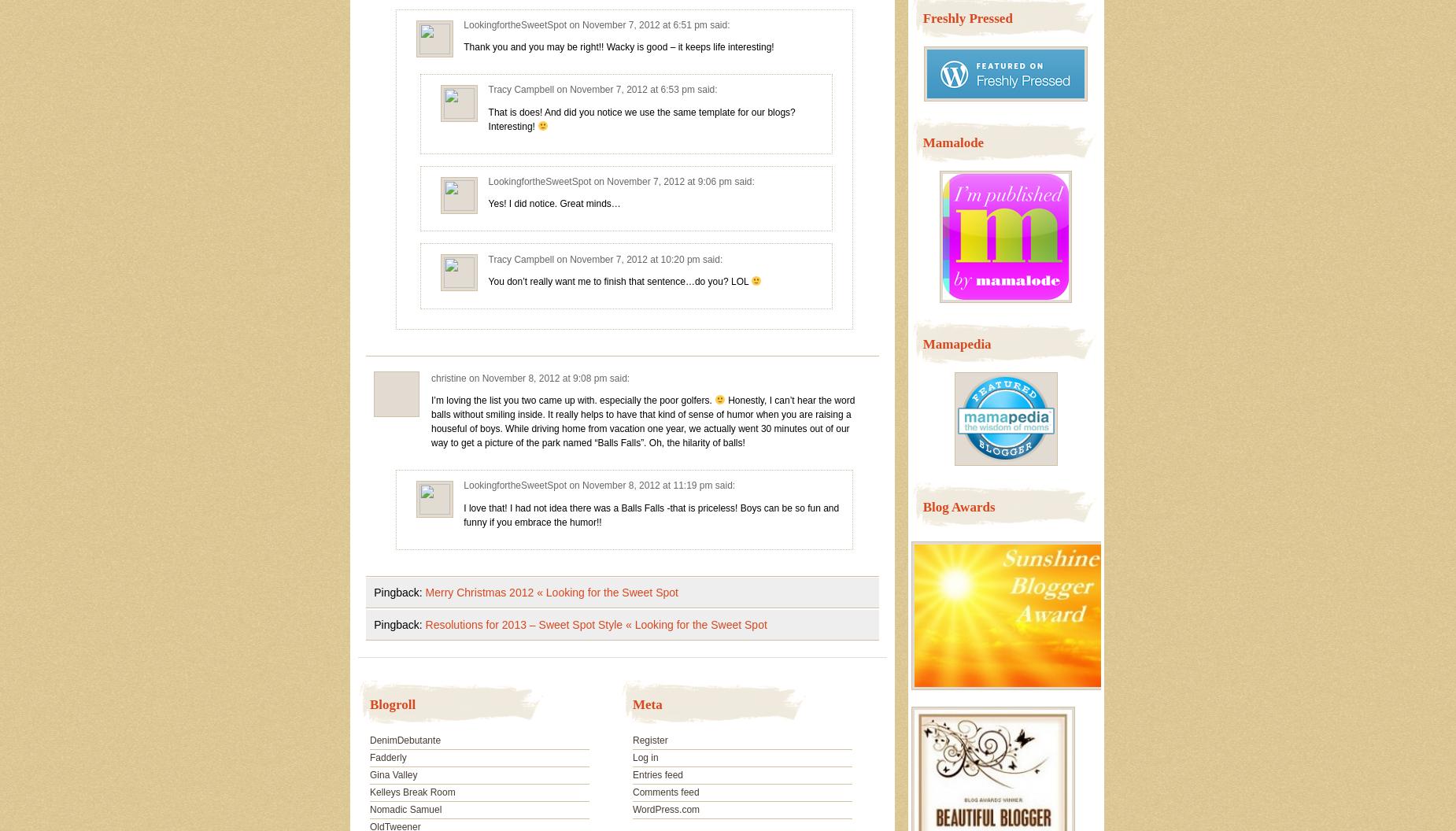 The width and height of the screenshot is (1456, 831). I want to click on 'Freshly Pressed', so click(966, 17).